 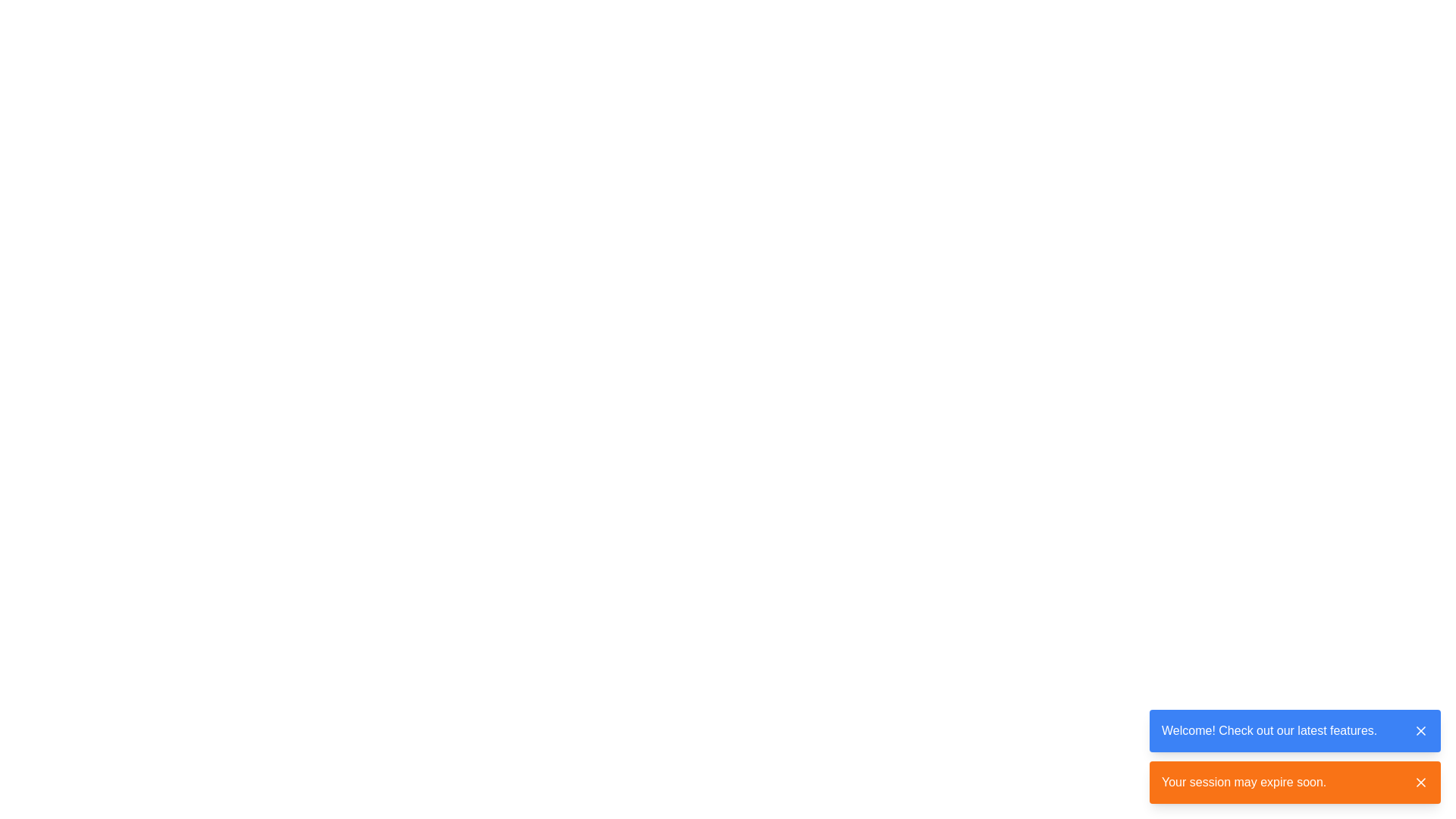 I want to click on the small close button with an 'X' icon in the top-right corner of the blue notification bar to change its color, so click(x=1420, y=730).